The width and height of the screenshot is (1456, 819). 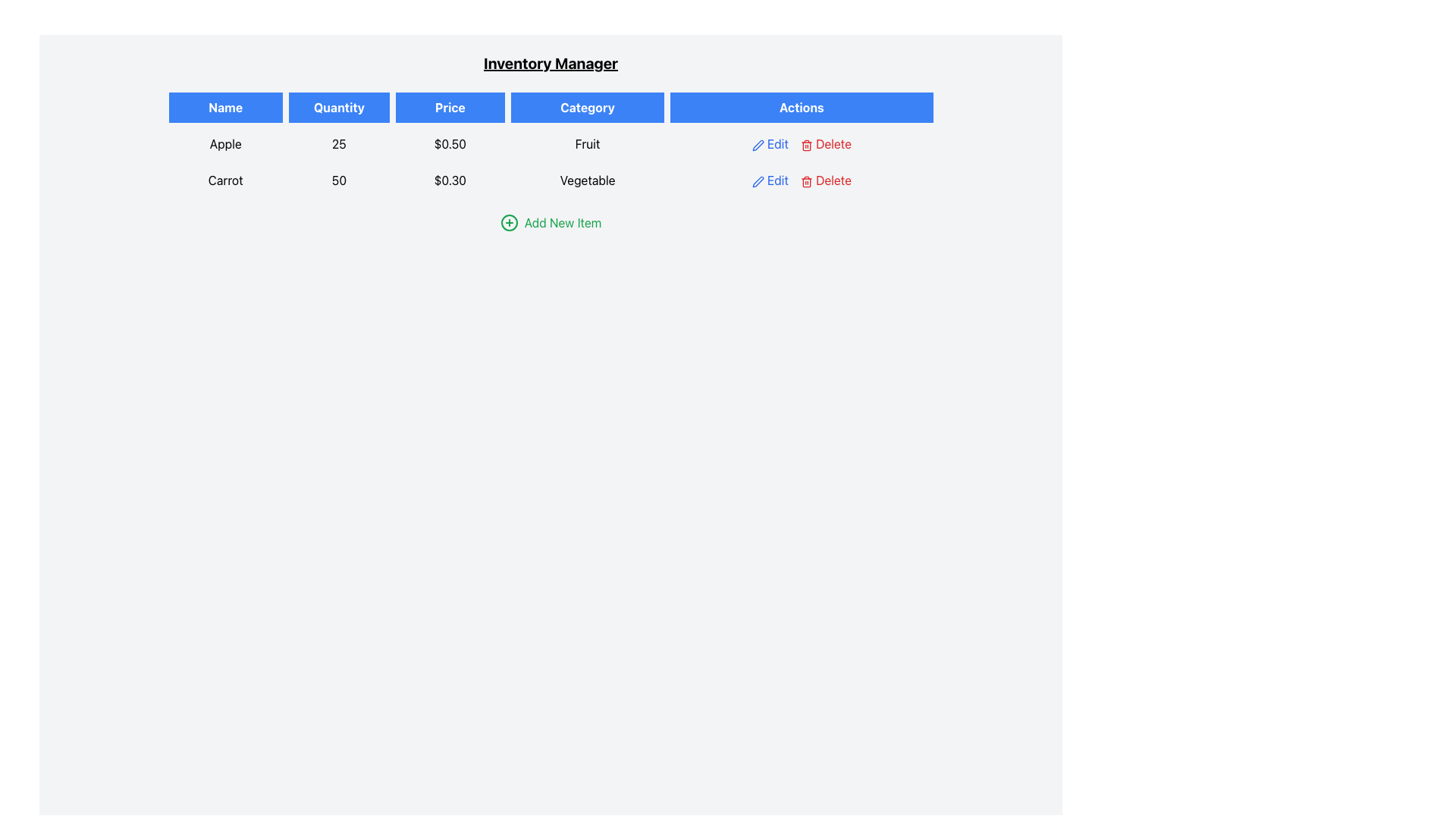 I want to click on the text label displaying the word 'Apple' which is located in the first row under the 'Name' column of the table, so click(x=224, y=143).